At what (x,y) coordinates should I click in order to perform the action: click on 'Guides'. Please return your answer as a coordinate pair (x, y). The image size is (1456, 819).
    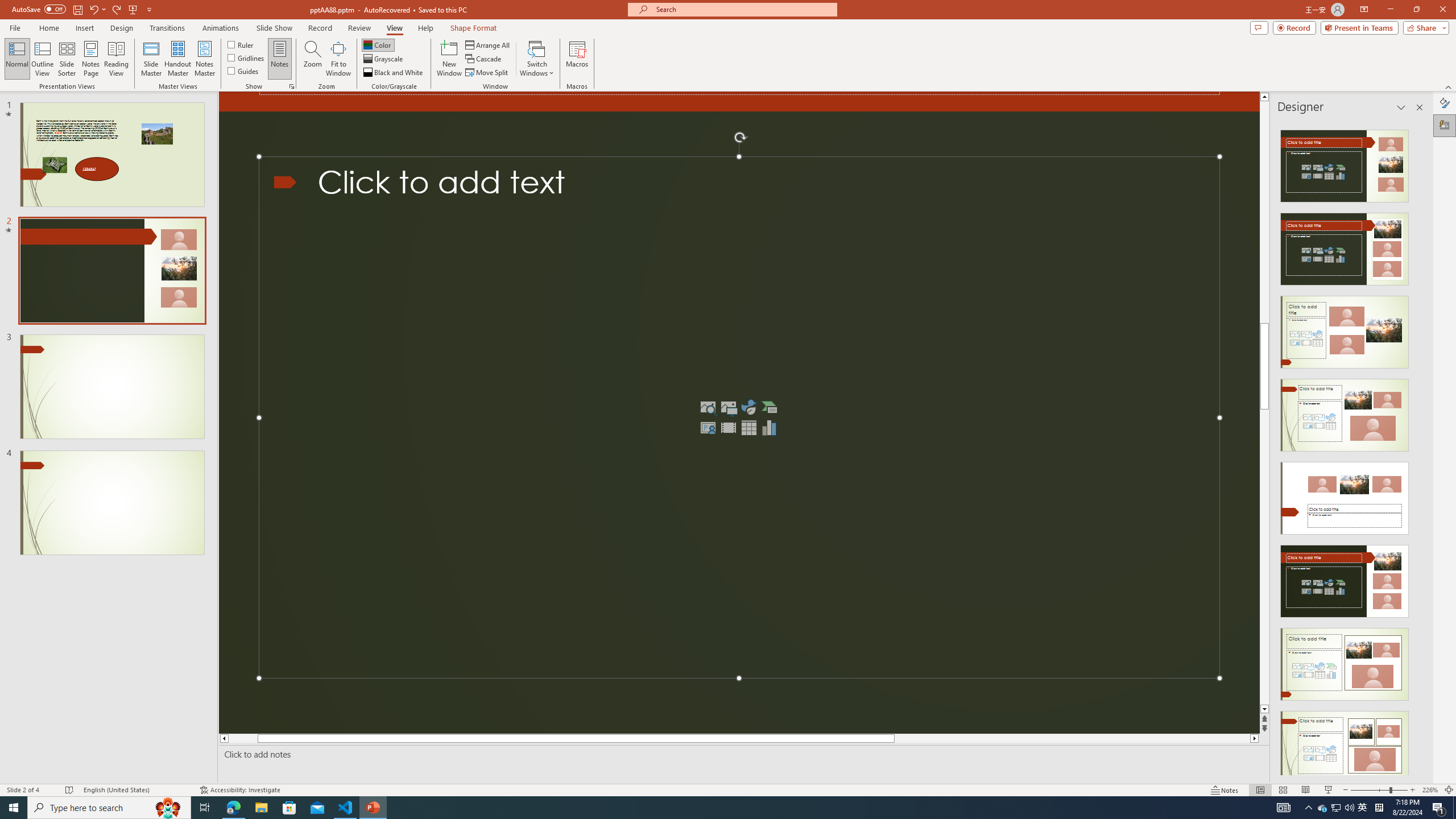
    Looking at the image, I should click on (243, 69).